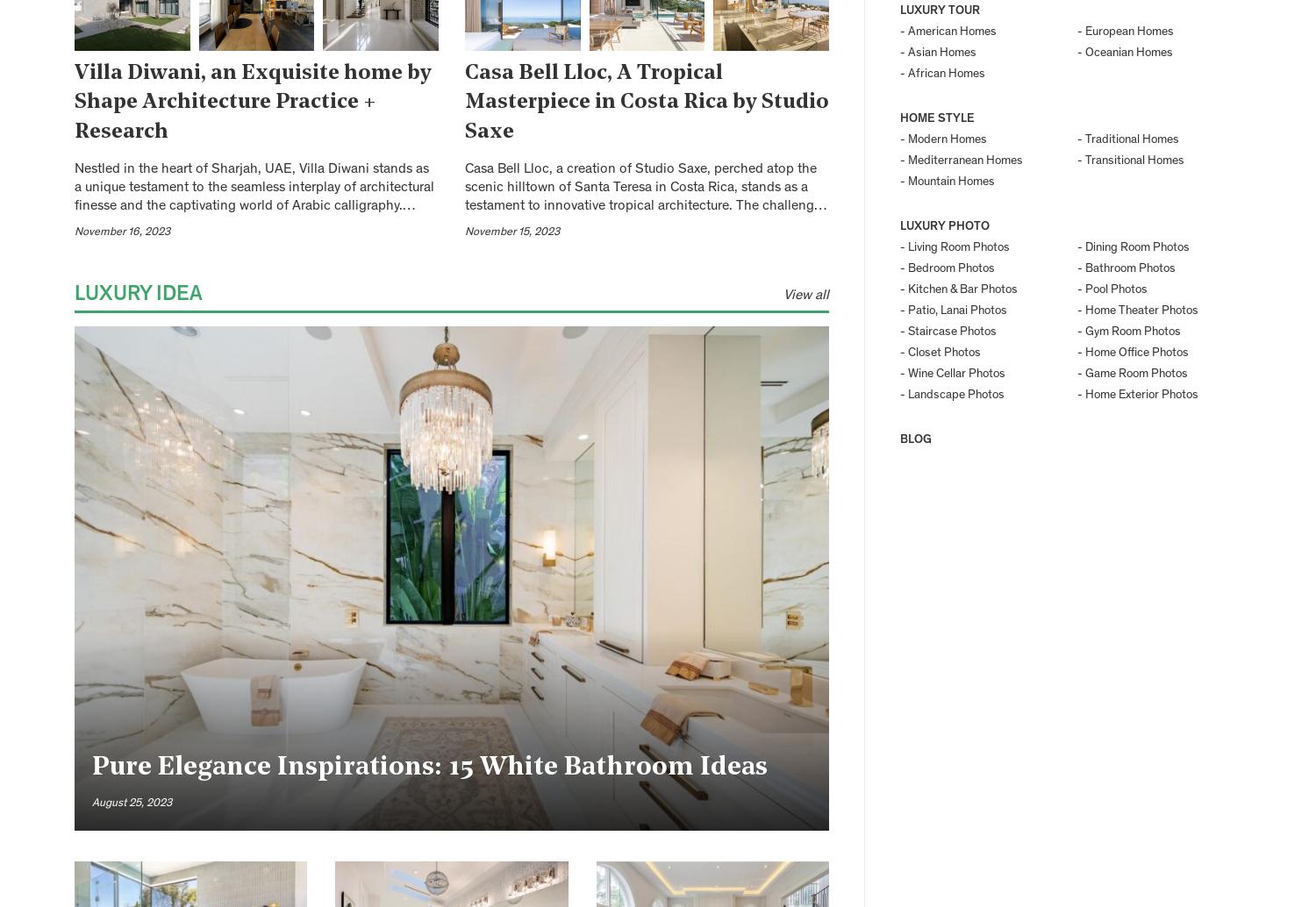  I want to click on 'Nestled in the heart of Sharjah, UAE, Villa Diwani stands as a unique testament to the seamless interplay of architectural finesse and the captivating world of Arabic calligraphy. Commissioned by passionate art enthusiasts with a deep appreciation for calligraphy, this villa transcends conventional boundaries, creating a space that harmoniously blends functional living with artistic expression. […]', so click(254, 232).